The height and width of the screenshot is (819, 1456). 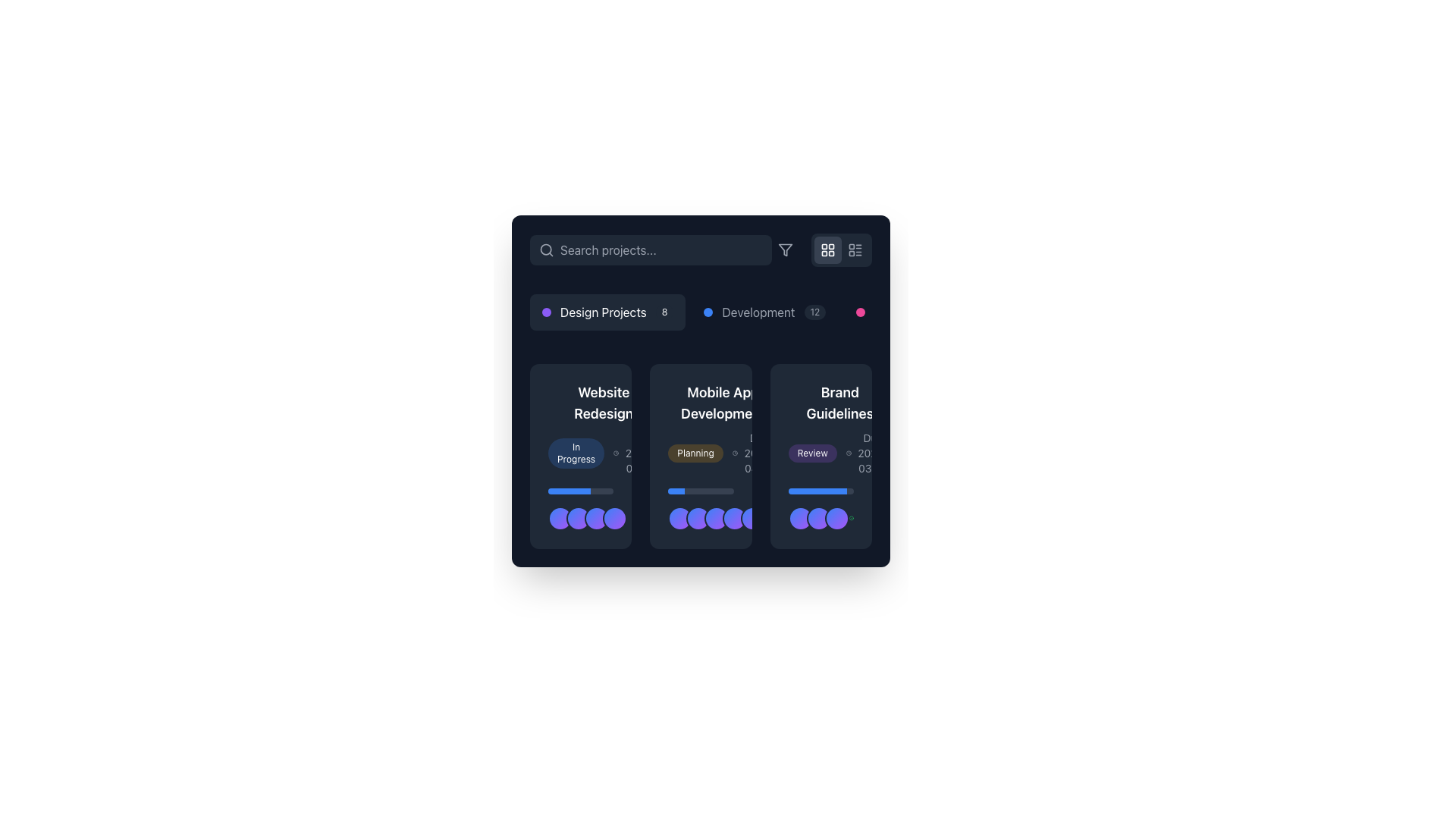 What do you see at coordinates (811, 452) in the screenshot?
I see `the rounded rectangular label with a purple background and the text 'Review', located in the third column of the 'Brand Guidelines' section, just below its title` at bounding box center [811, 452].